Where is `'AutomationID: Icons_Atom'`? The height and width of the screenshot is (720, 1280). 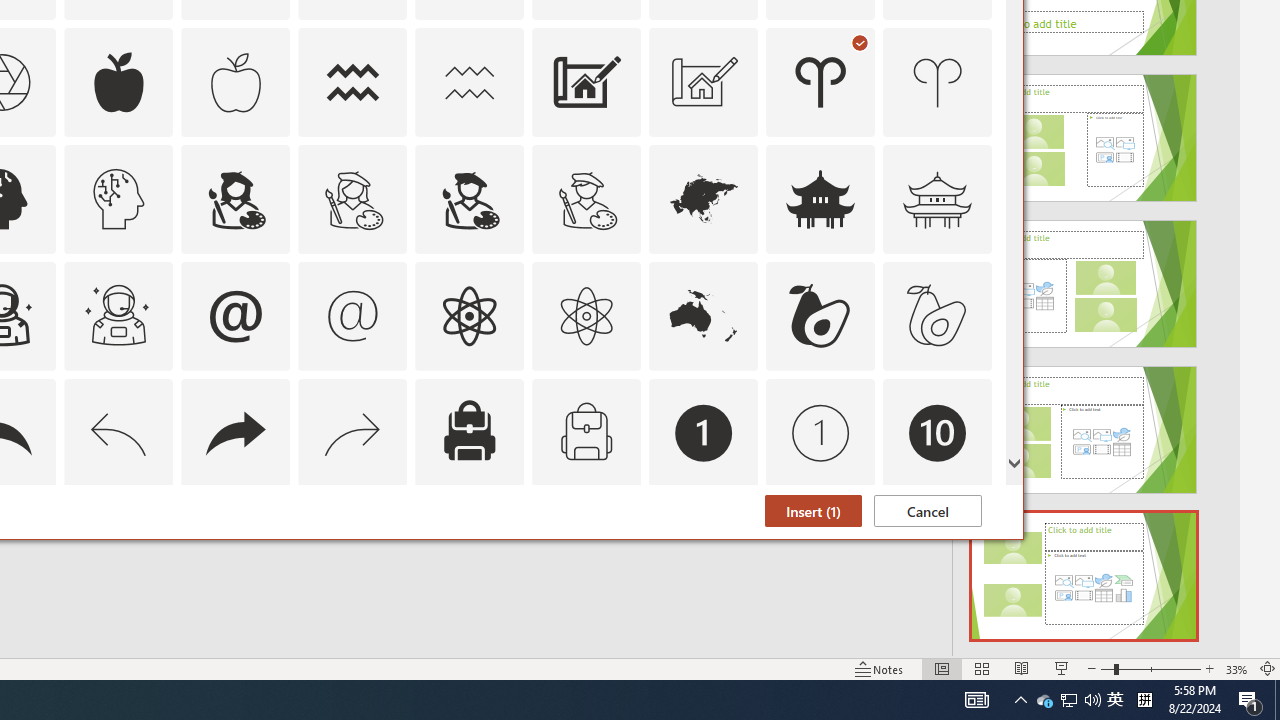 'AutomationID: Icons_Atom' is located at coordinates (468, 315).